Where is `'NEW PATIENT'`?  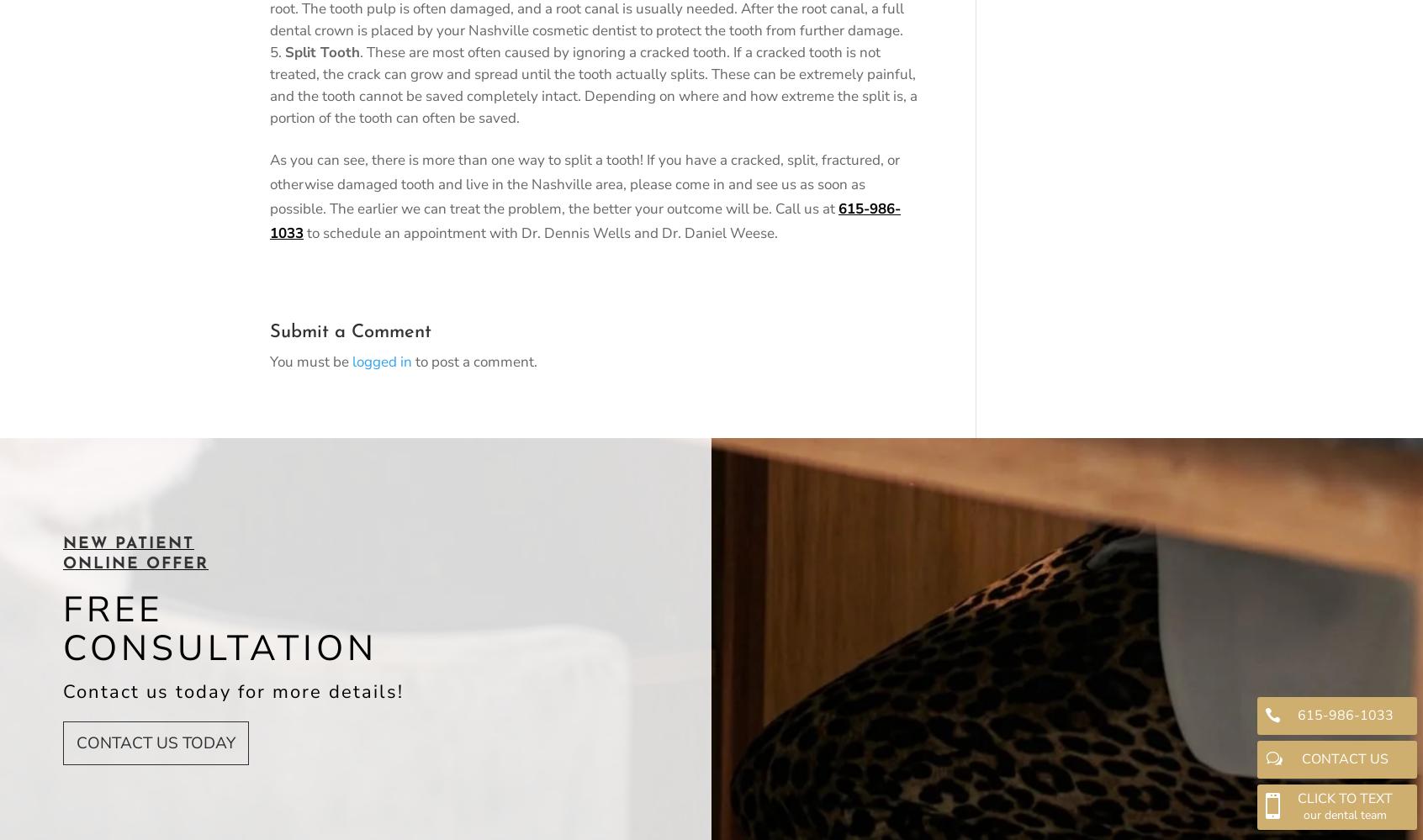
'NEW PATIENT' is located at coordinates (127, 542).